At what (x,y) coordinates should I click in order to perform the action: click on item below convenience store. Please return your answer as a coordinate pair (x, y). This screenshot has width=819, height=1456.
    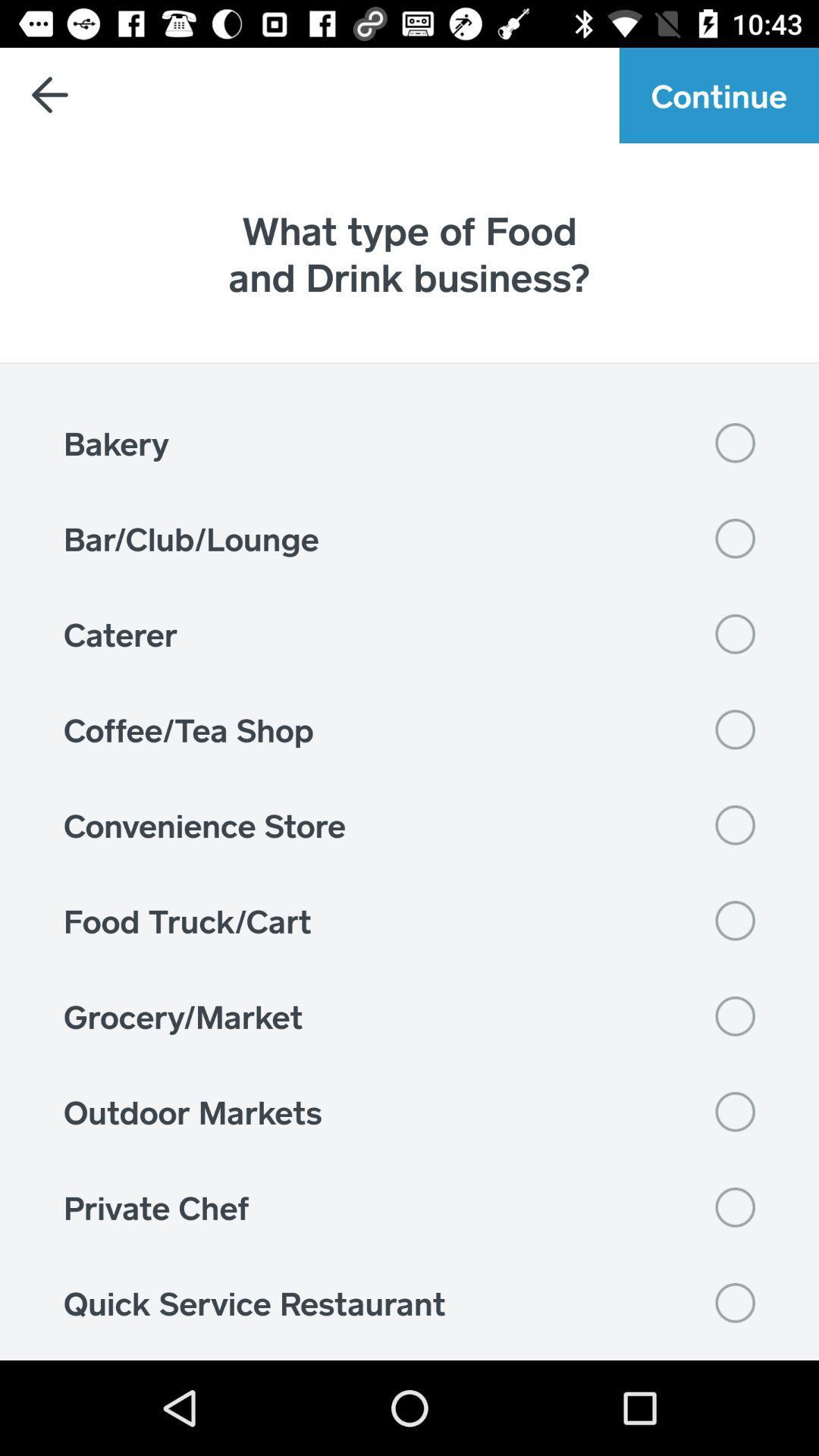
    Looking at the image, I should click on (409, 920).